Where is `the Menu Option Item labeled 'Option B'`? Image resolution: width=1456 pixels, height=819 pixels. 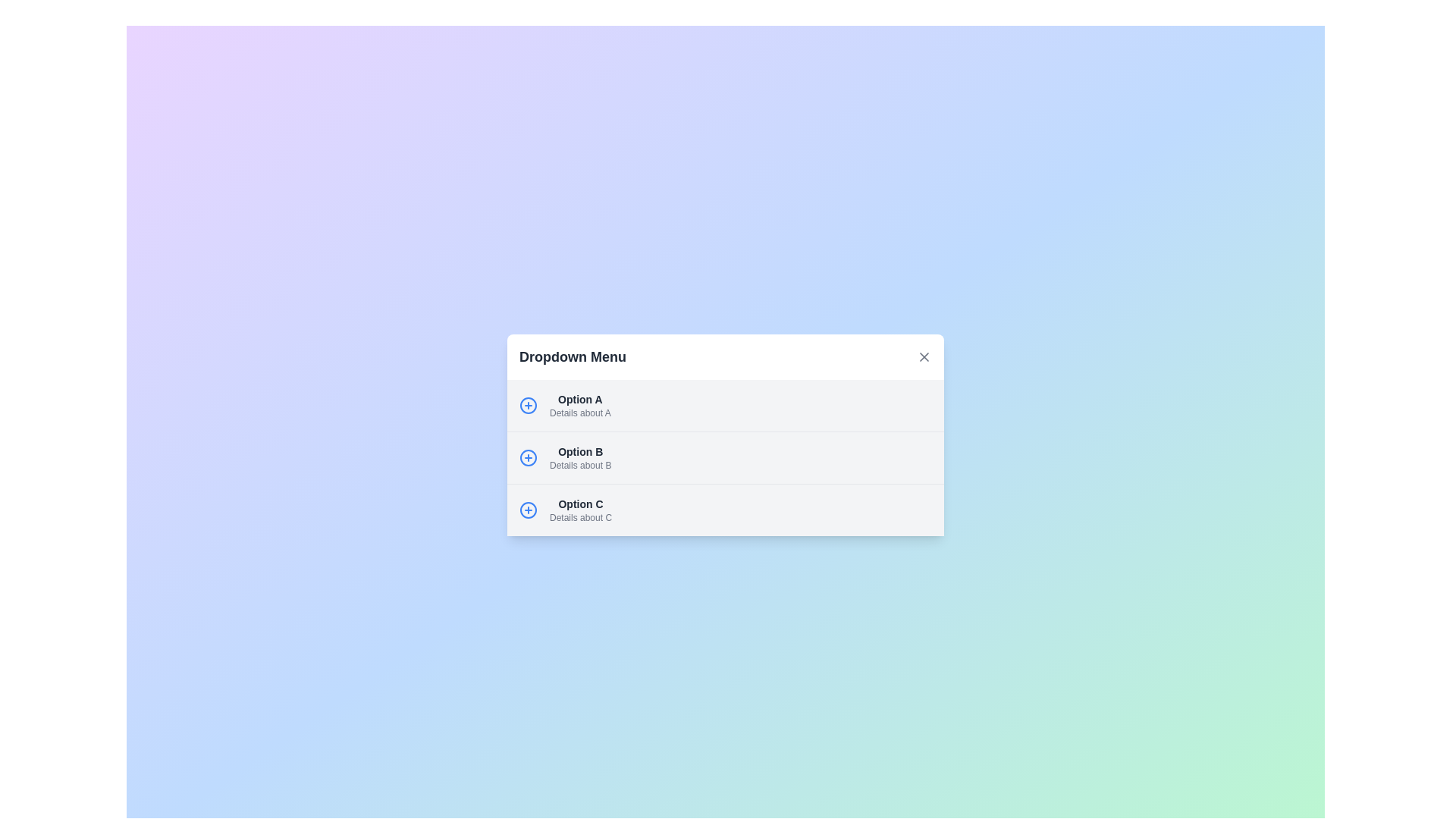
the Menu Option Item labeled 'Option B' is located at coordinates (579, 457).